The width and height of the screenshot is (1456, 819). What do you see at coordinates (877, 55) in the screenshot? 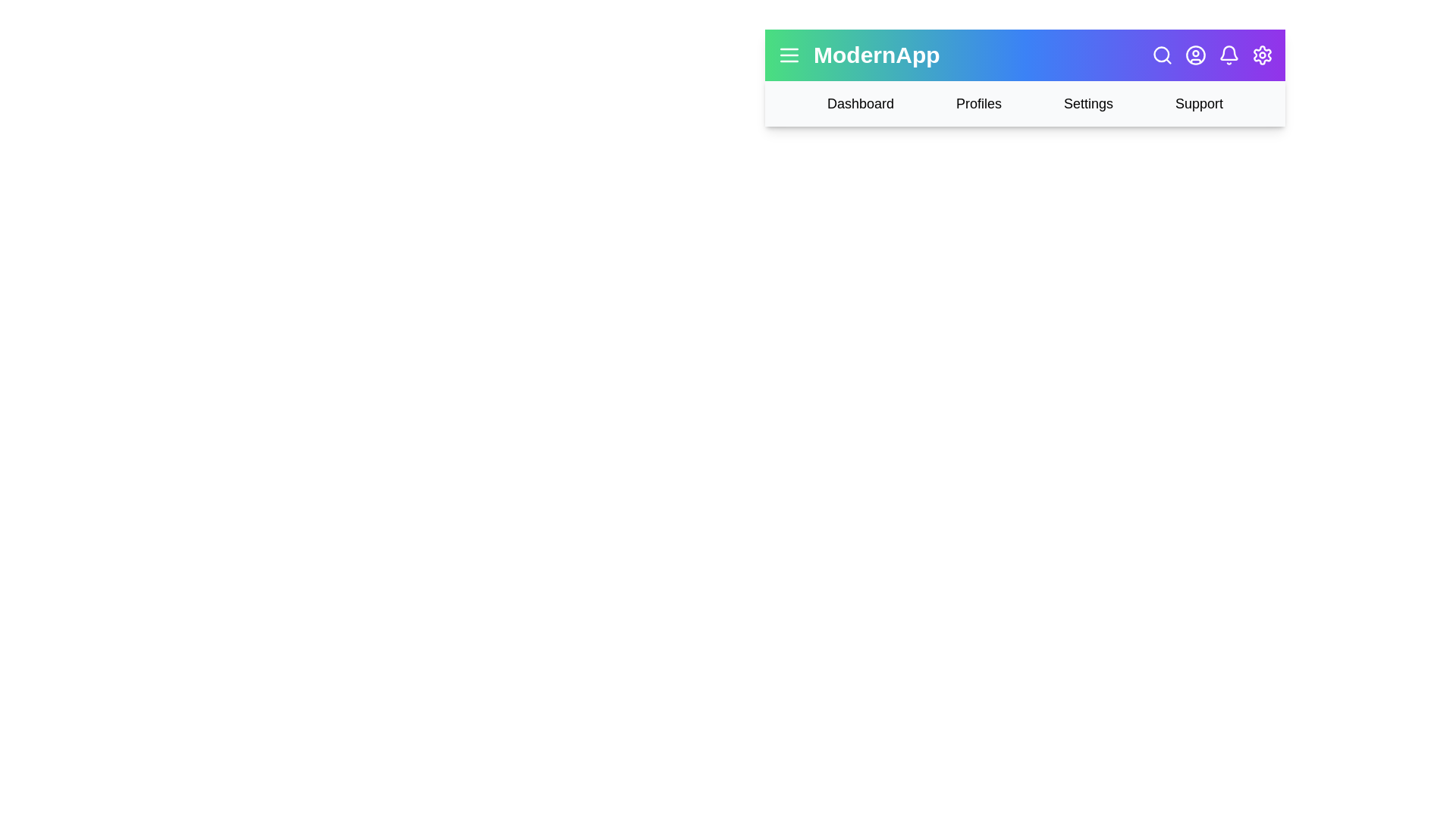
I see `the 'ModernApp' text in the header to select or highlight it` at bounding box center [877, 55].